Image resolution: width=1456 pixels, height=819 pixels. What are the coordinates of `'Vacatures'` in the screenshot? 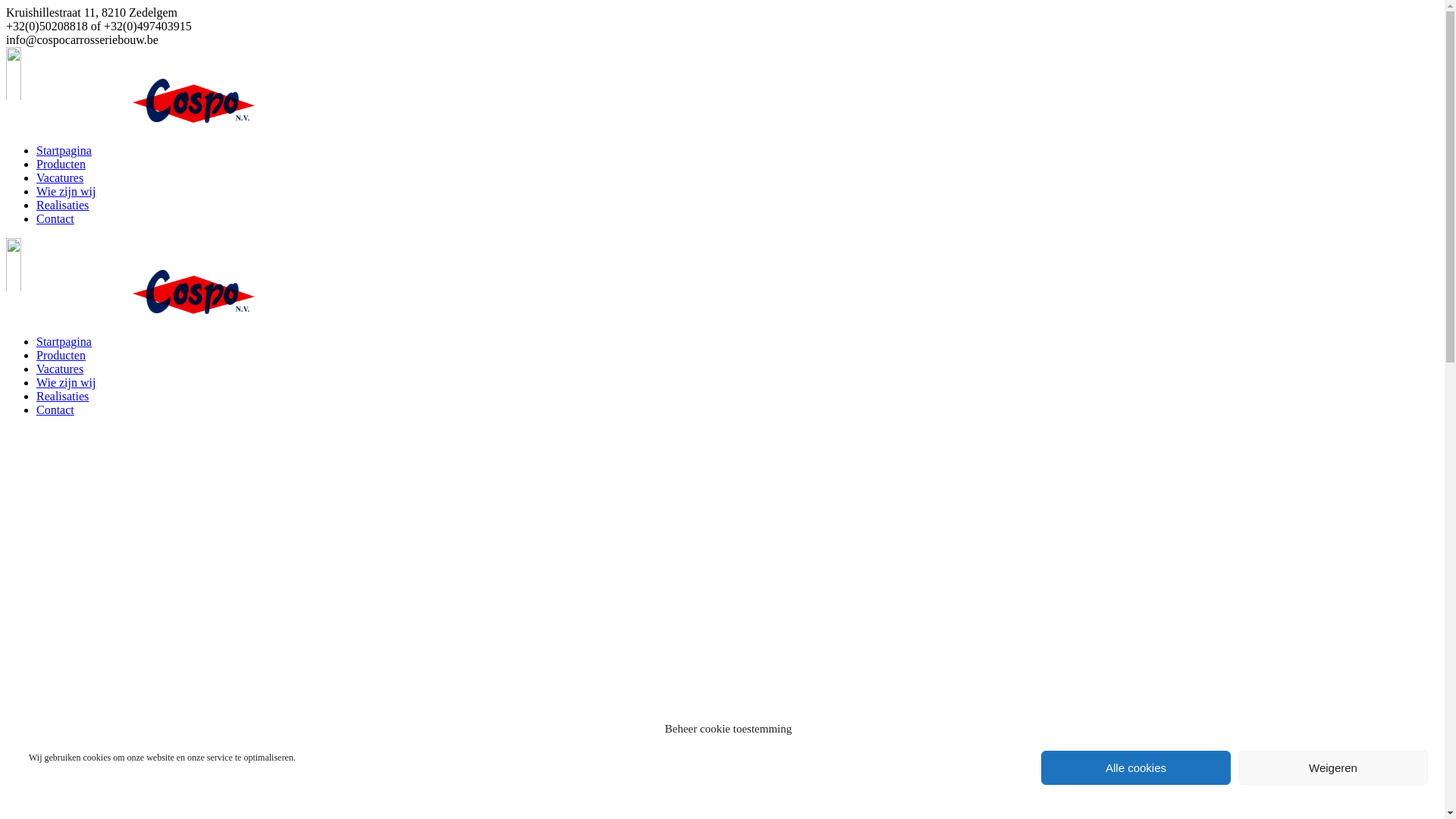 It's located at (59, 369).